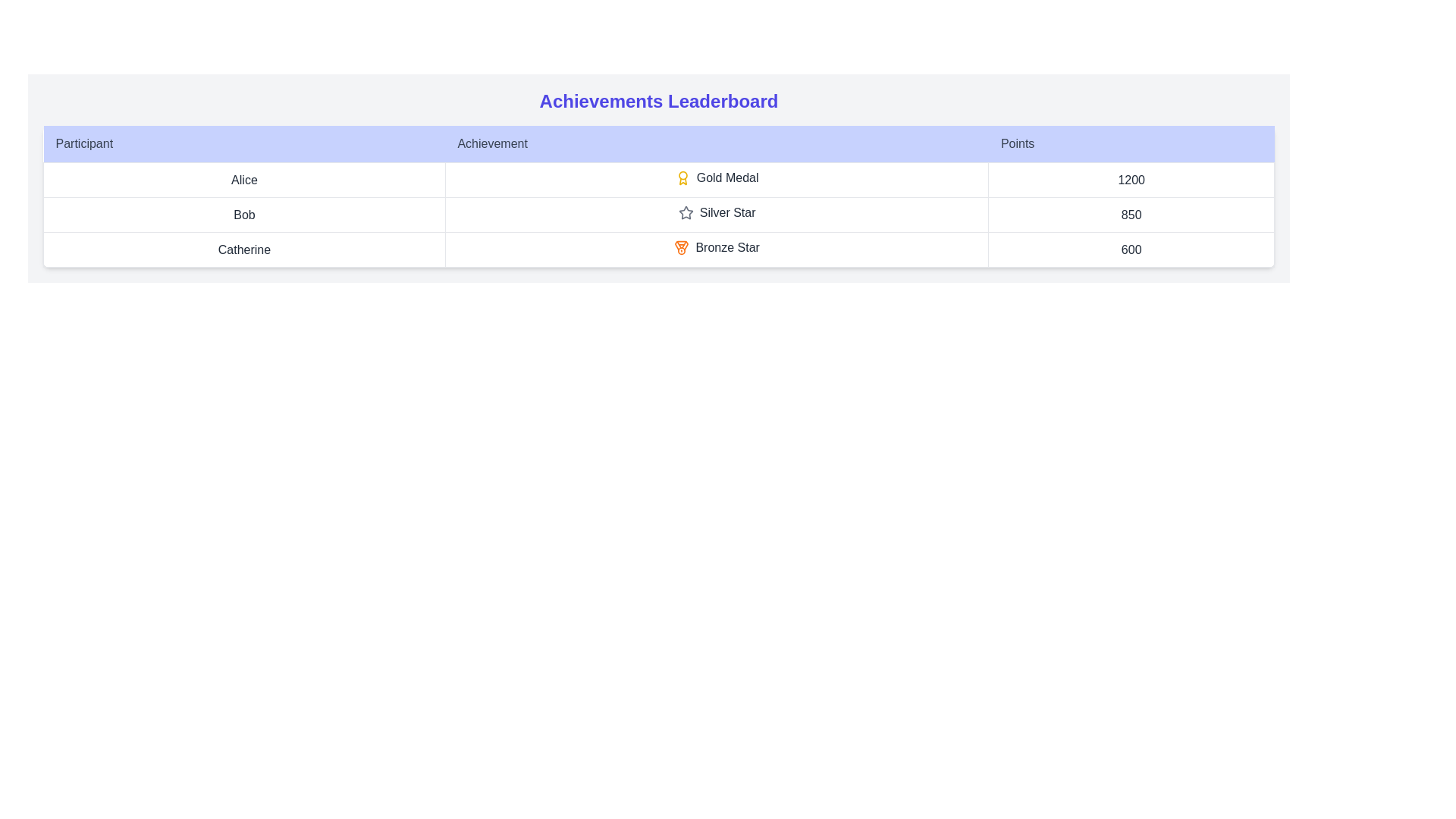 This screenshot has width=1456, height=819. What do you see at coordinates (716, 213) in the screenshot?
I see `the 'Silver Star' award icon located in the second row under the 'Achievement' column of the leaderboard` at bounding box center [716, 213].